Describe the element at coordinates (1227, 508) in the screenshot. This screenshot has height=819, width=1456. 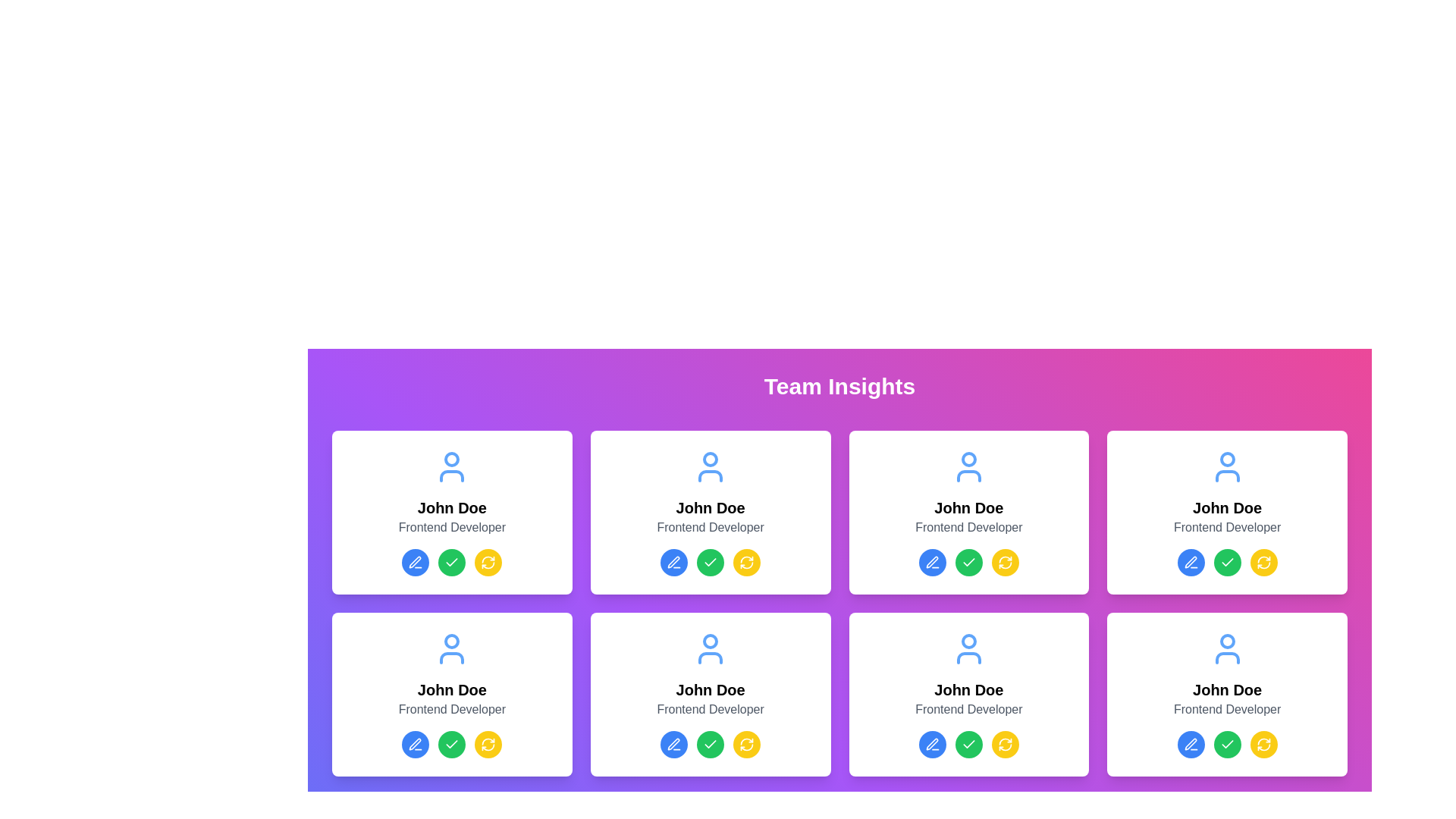
I see `the bold text 'John Doe' located in the top row, third card of the grid layout, which is centered below the user icon and above the title 'Frontend Developer'` at that location.